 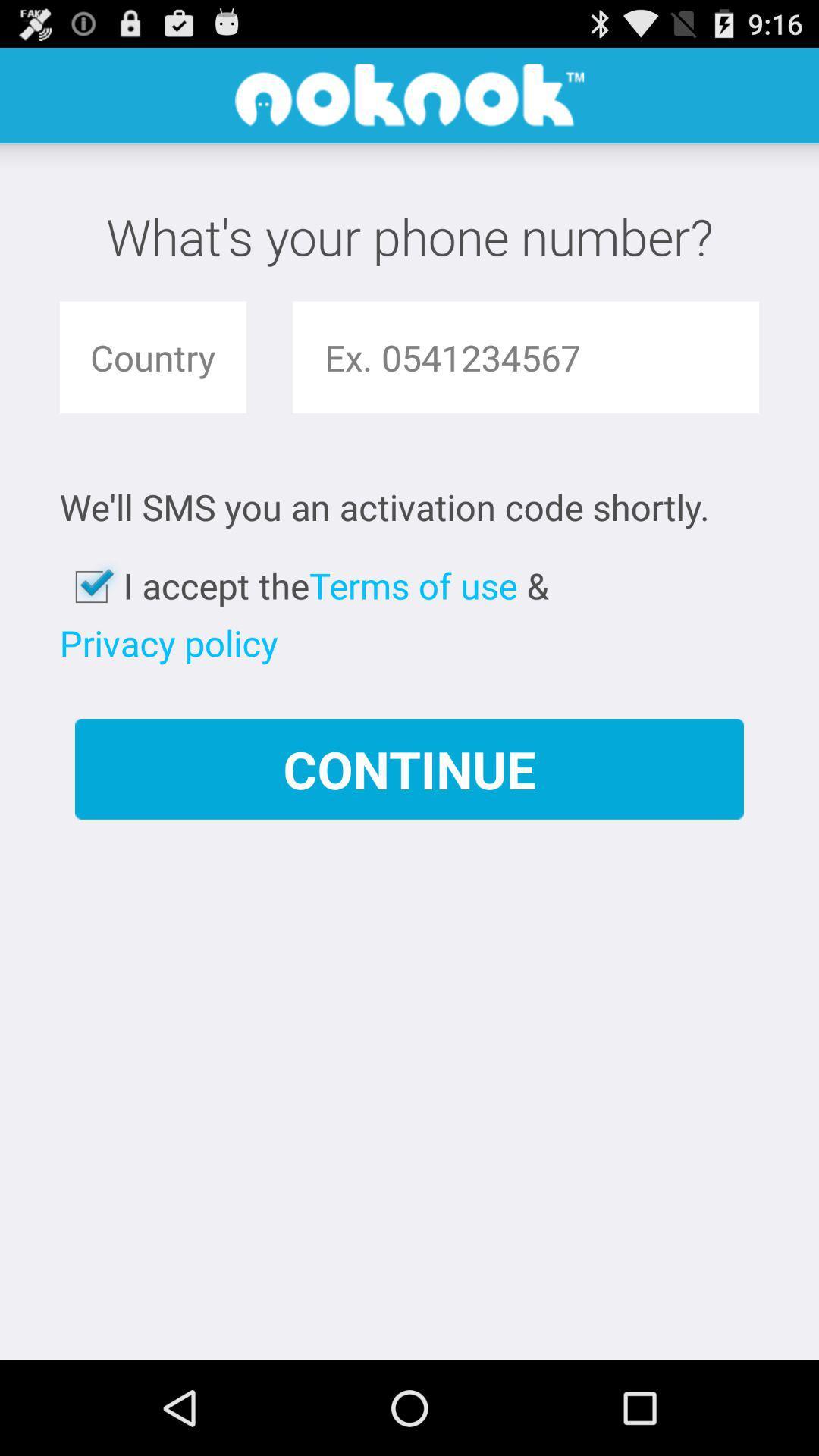 What do you see at coordinates (413, 585) in the screenshot?
I see `terms of use app` at bounding box center [413, 585].